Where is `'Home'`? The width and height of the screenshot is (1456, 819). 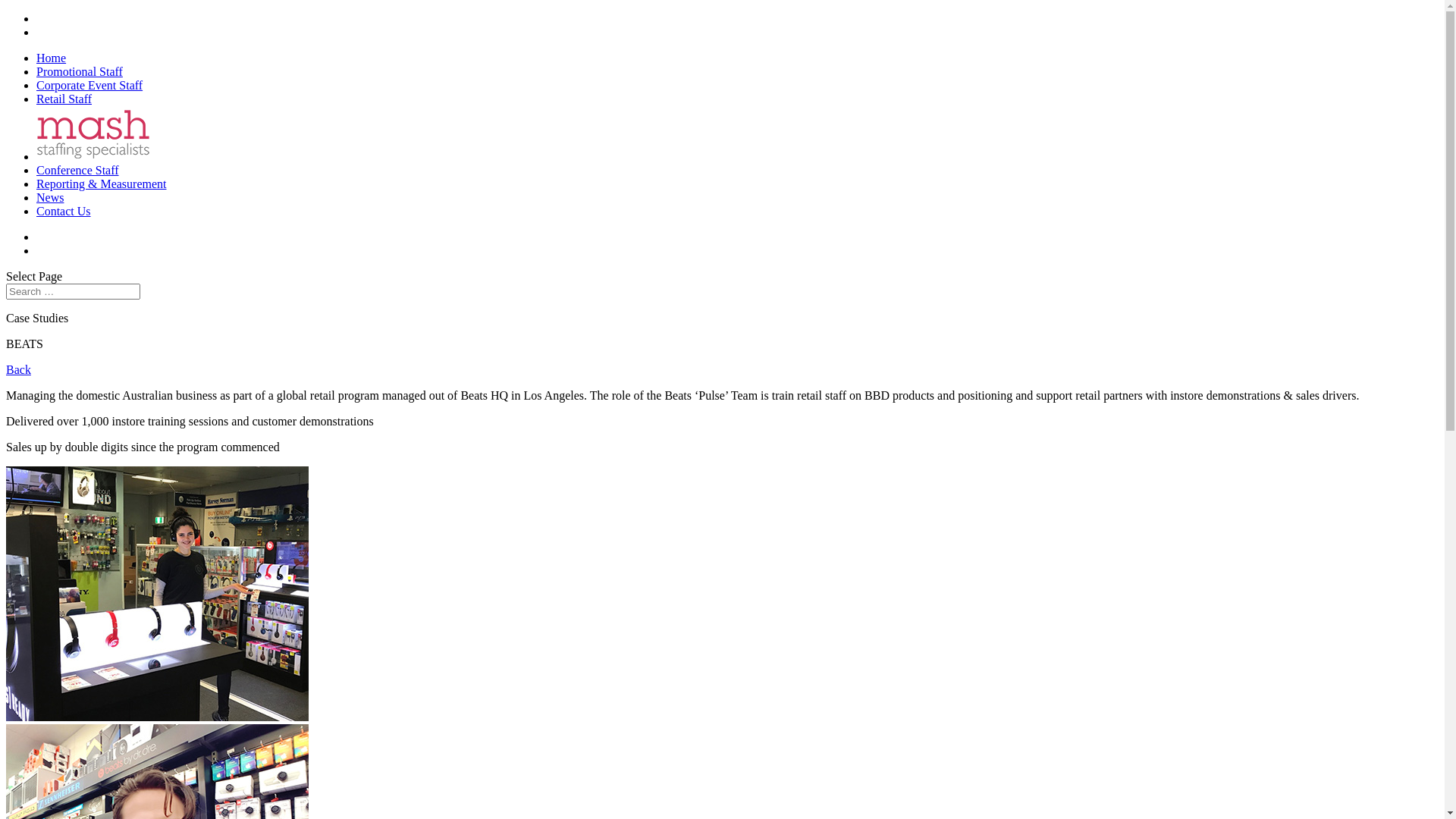 'Home' is located at coordinates (51, 57).